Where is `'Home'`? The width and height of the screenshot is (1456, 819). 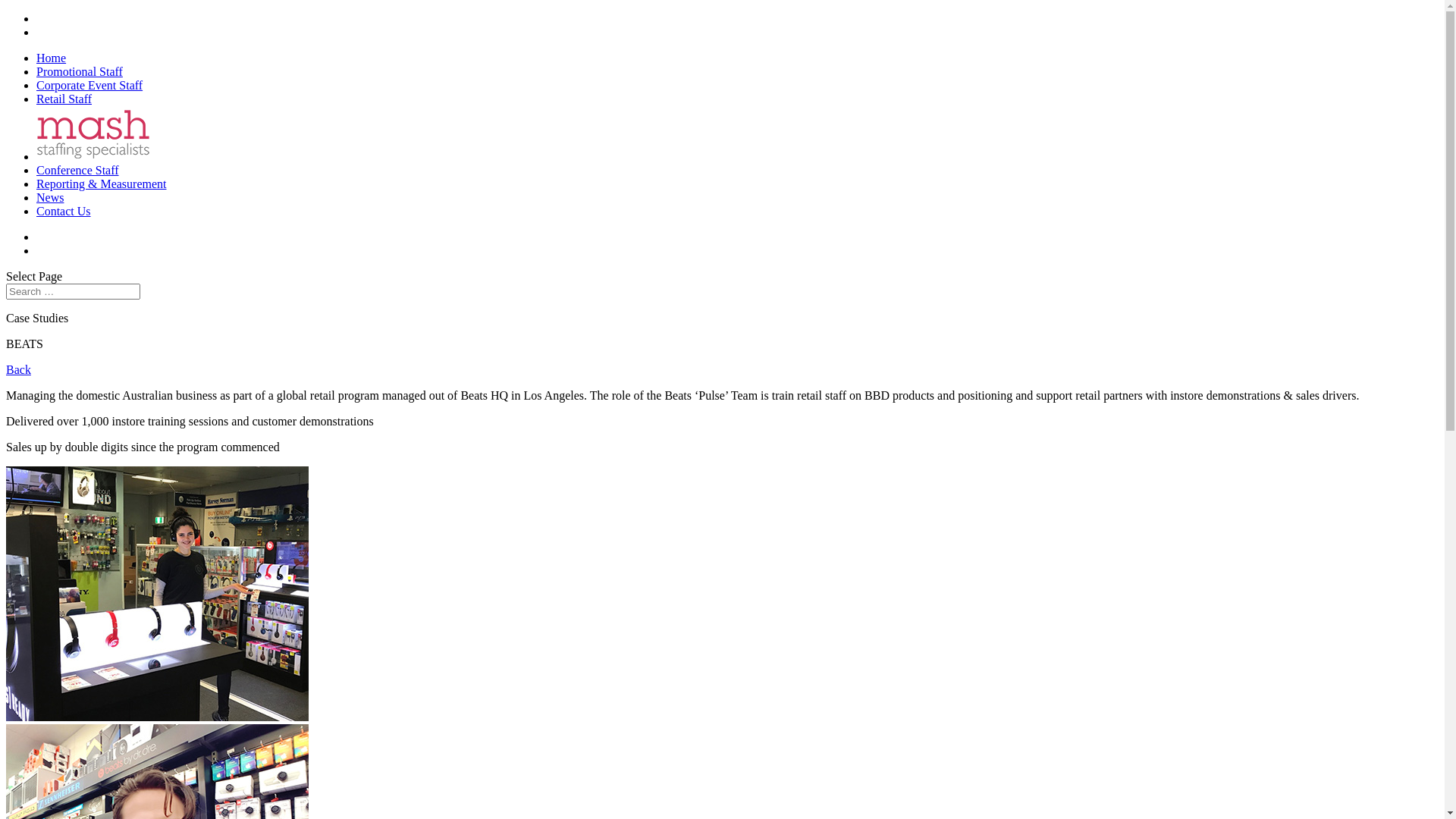 'Home' is located at coordinates (51, 57).